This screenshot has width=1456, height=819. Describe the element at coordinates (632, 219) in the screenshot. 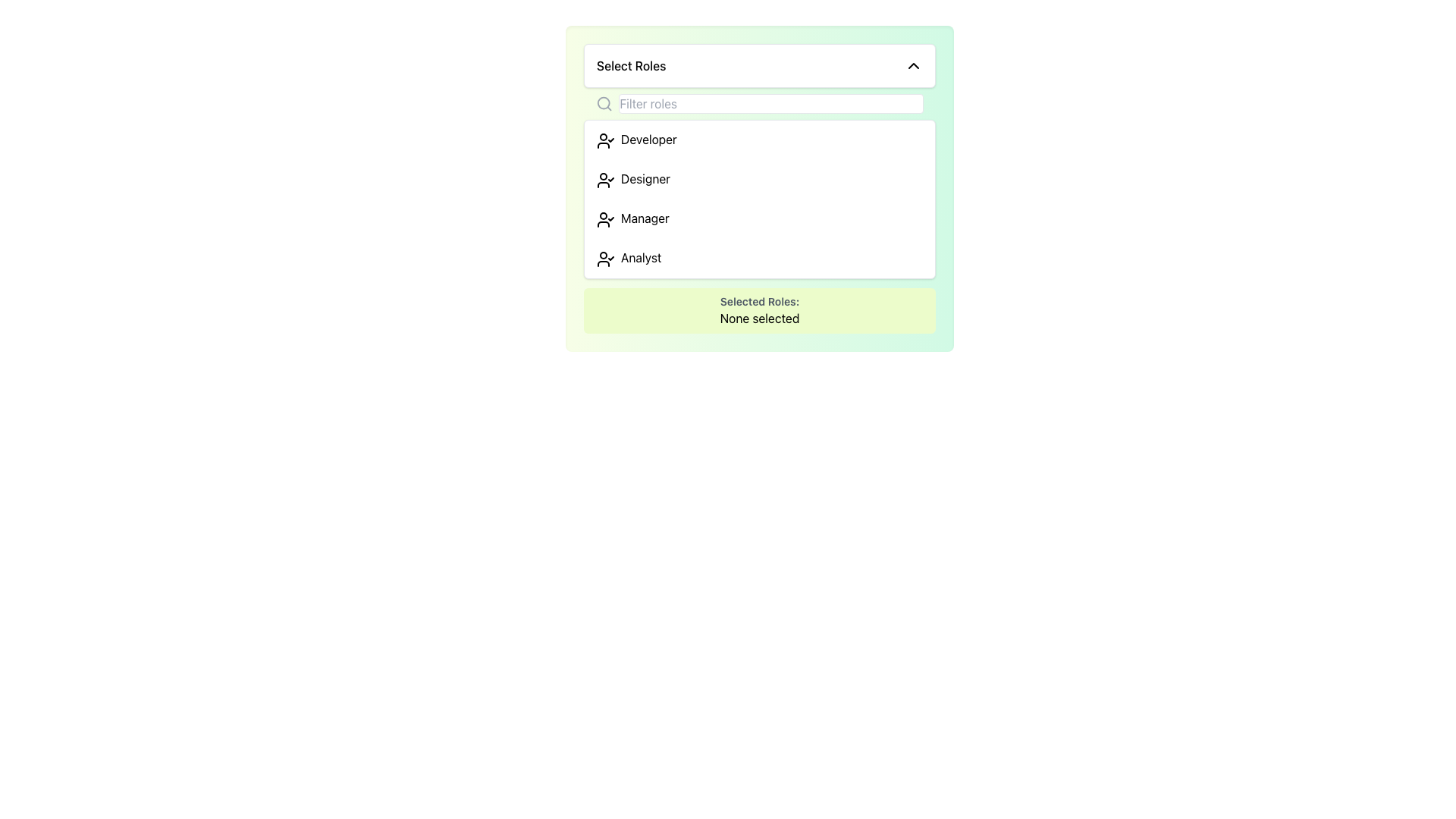

I see `the 'Manager' role option in the dropdown list` at that location.